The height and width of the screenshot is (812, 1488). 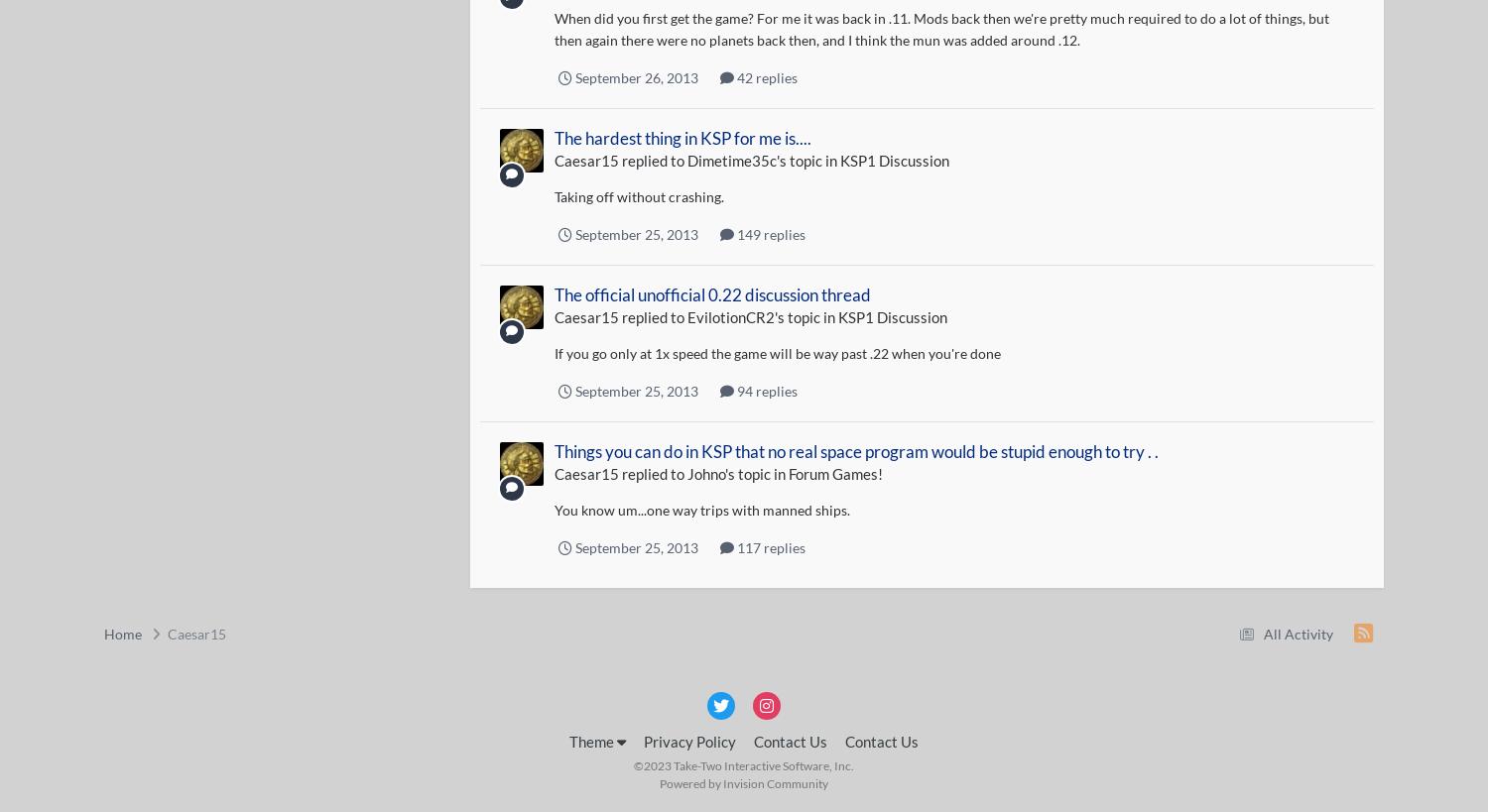 I want to click on 'EvilotionCR2', so click(x=729, y=316).